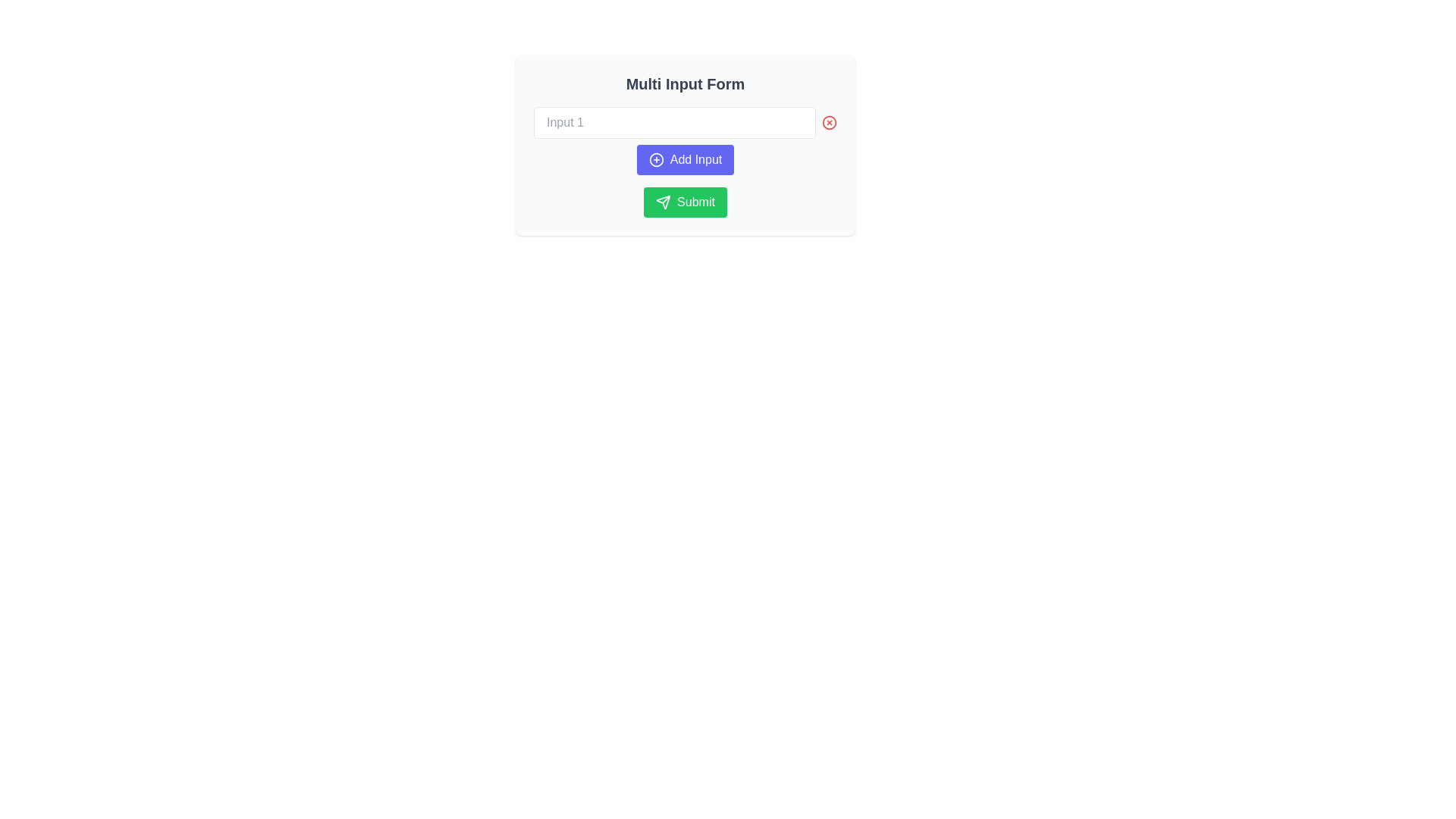 The width and height of the screenshot is (1456, 819). I want to click on the purple circular SVG Circle that is part of the 'Add Input' button, which is located at the top-center of the interface, below the input field, so click(656, 160).